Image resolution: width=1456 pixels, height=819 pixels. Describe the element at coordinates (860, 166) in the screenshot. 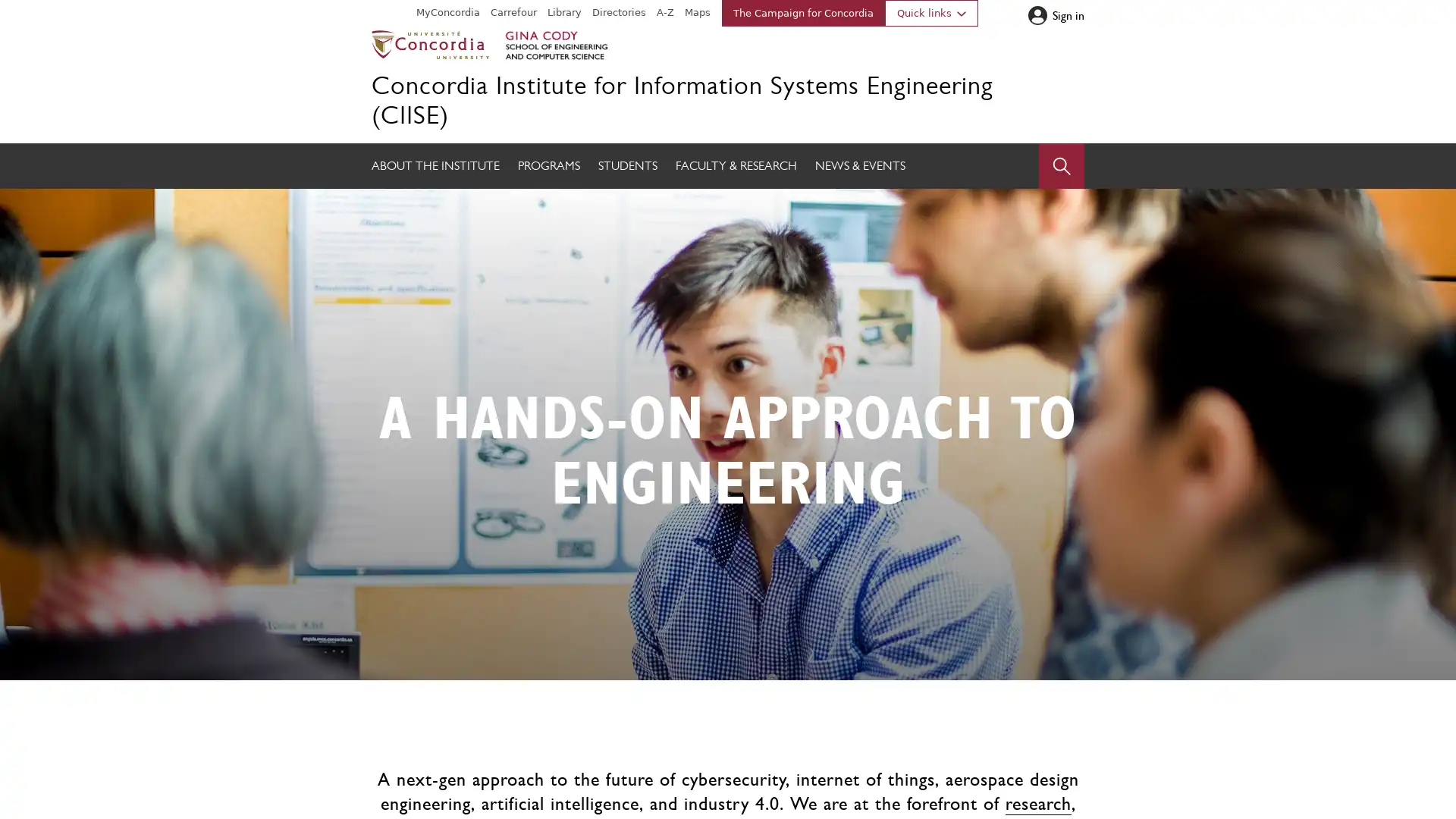

I see `NEWS & EVENTS` at that location.